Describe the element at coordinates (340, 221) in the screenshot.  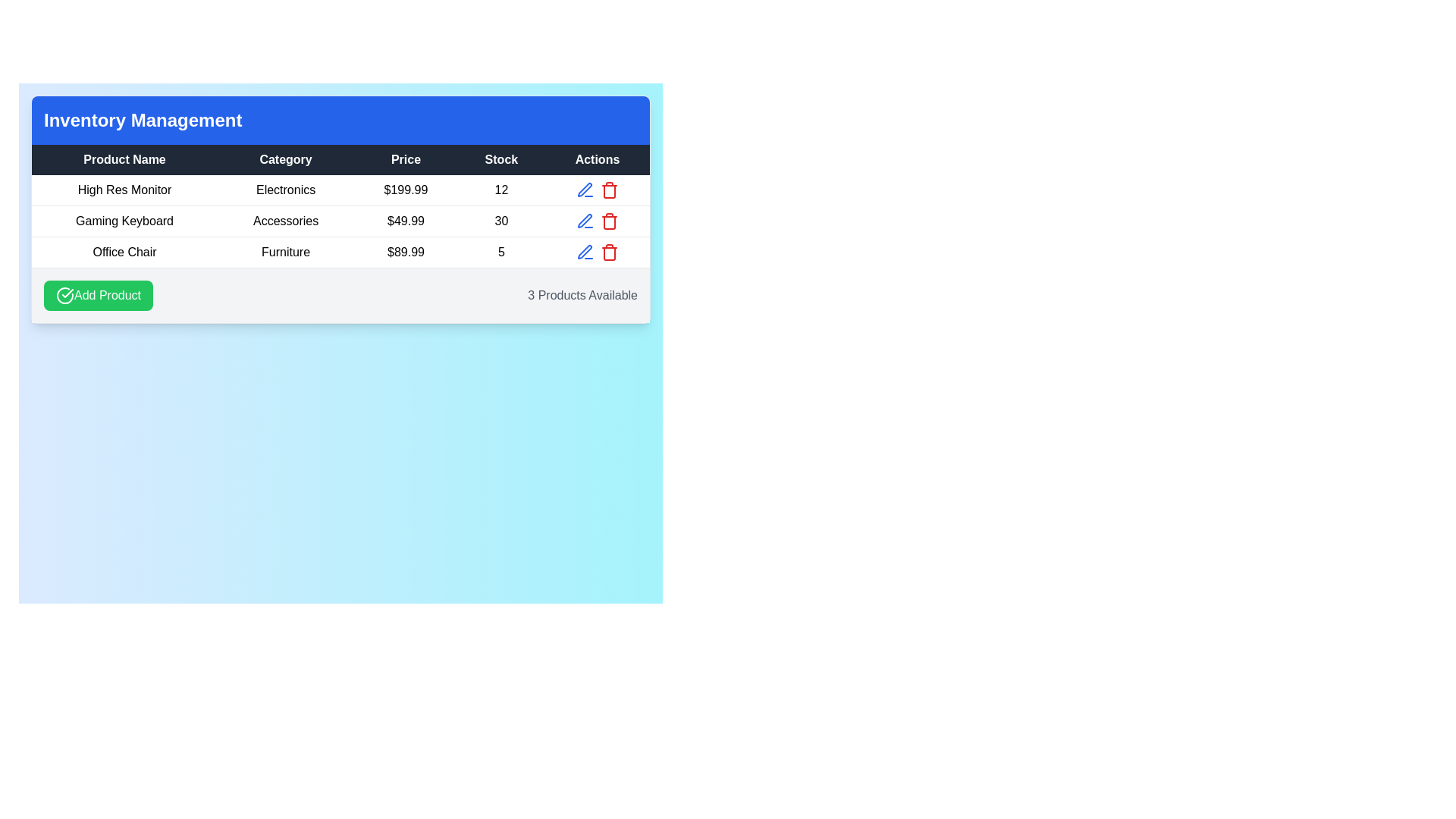
I see `to select the product entry row in the inventory table, specifically the row positioned beneath 'High Res Monitor' and above 'Office Chair'` at that location.